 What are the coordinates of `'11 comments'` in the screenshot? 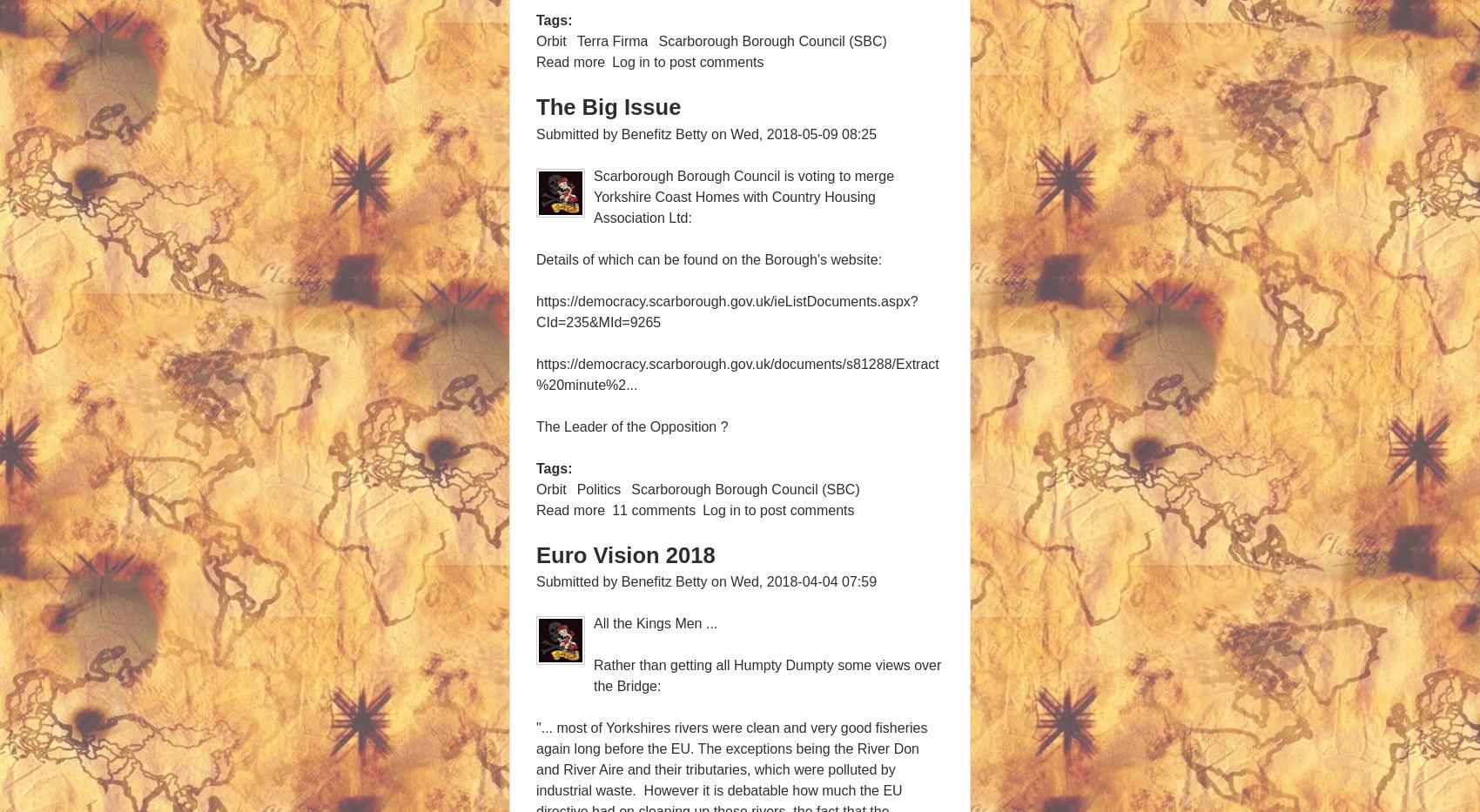 It's located at (653, 509).